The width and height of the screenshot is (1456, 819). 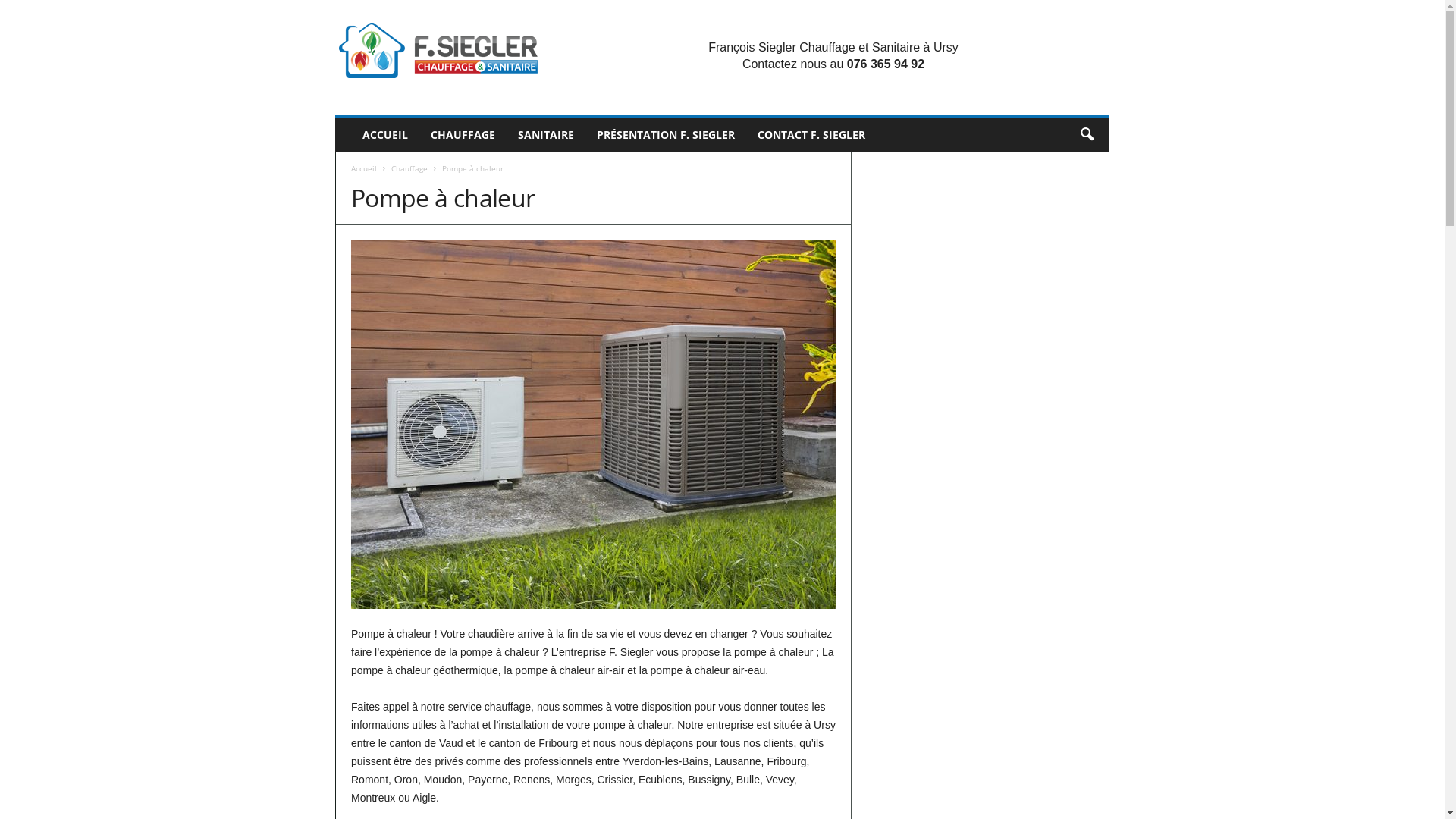 What do you see at coordinates (592, 424) in the screenshot?
I see `'pompe-a-chaleur'` at bounding box center [592, 424].